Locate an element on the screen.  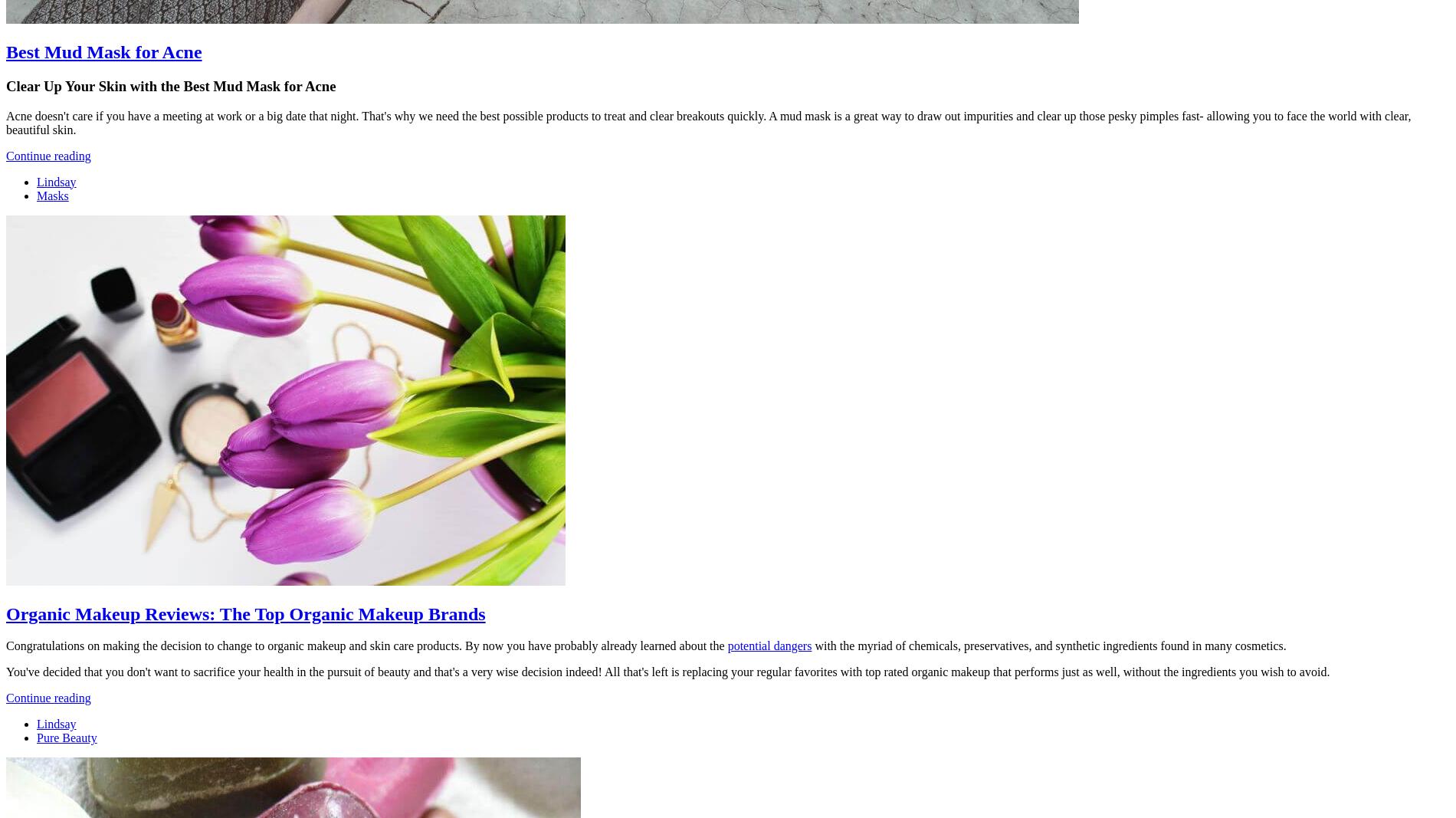
'Pure Beauty' is located at coordinates (37, 738).